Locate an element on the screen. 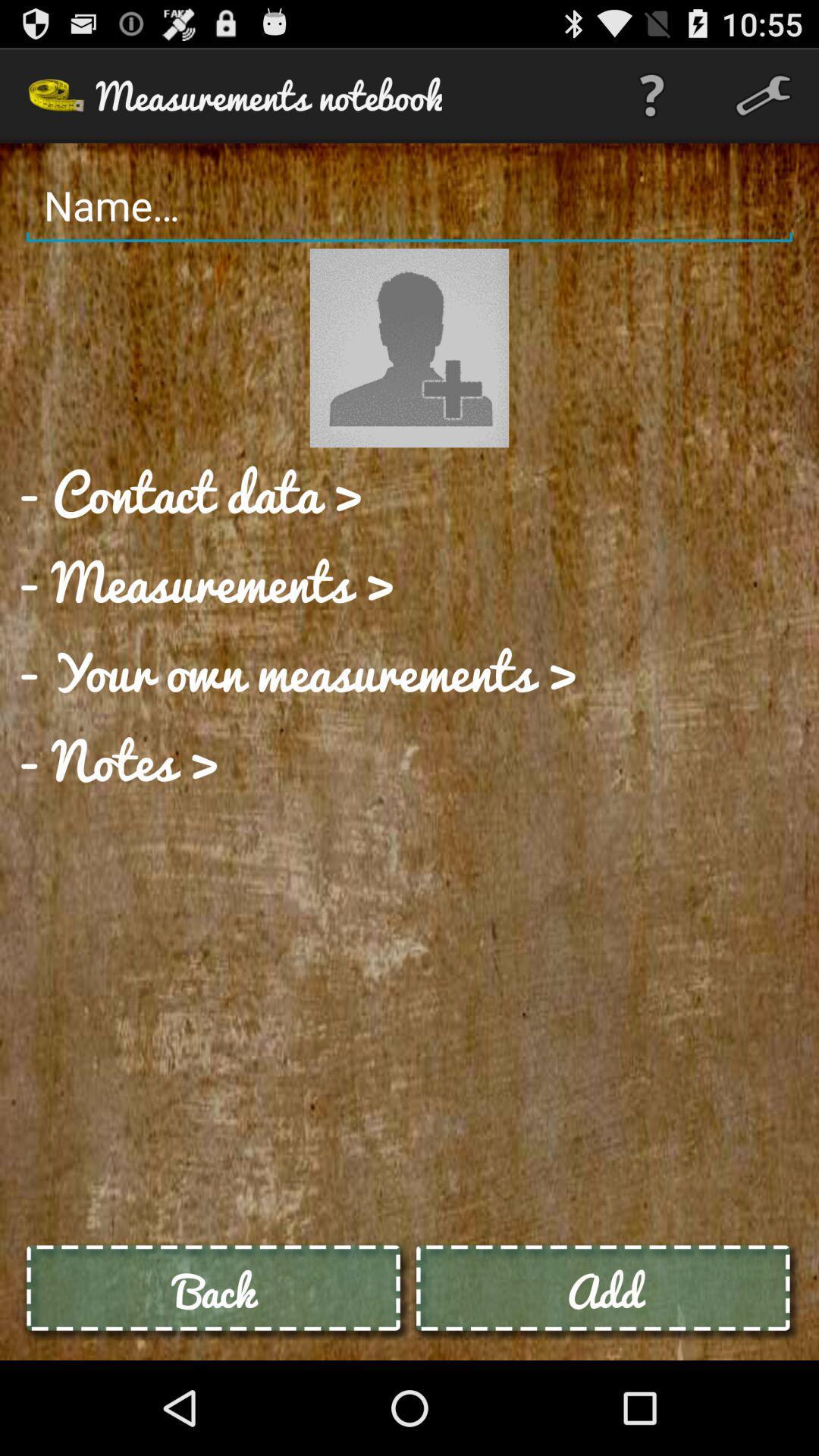  the - your own measurements > is located at coordinates (298, 670).